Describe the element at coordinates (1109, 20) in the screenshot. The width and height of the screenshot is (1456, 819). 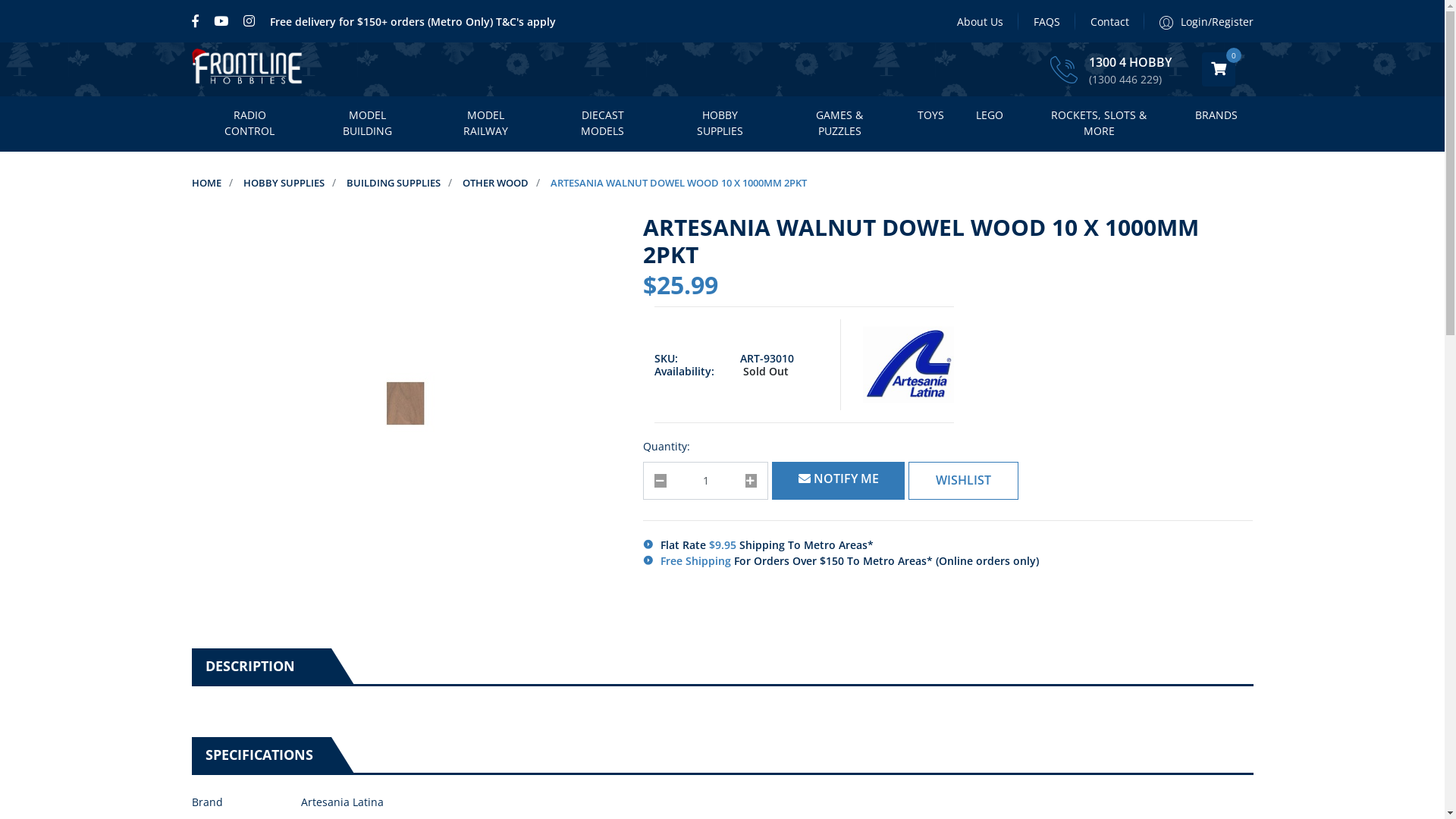
I see `'Contact'` at that location.